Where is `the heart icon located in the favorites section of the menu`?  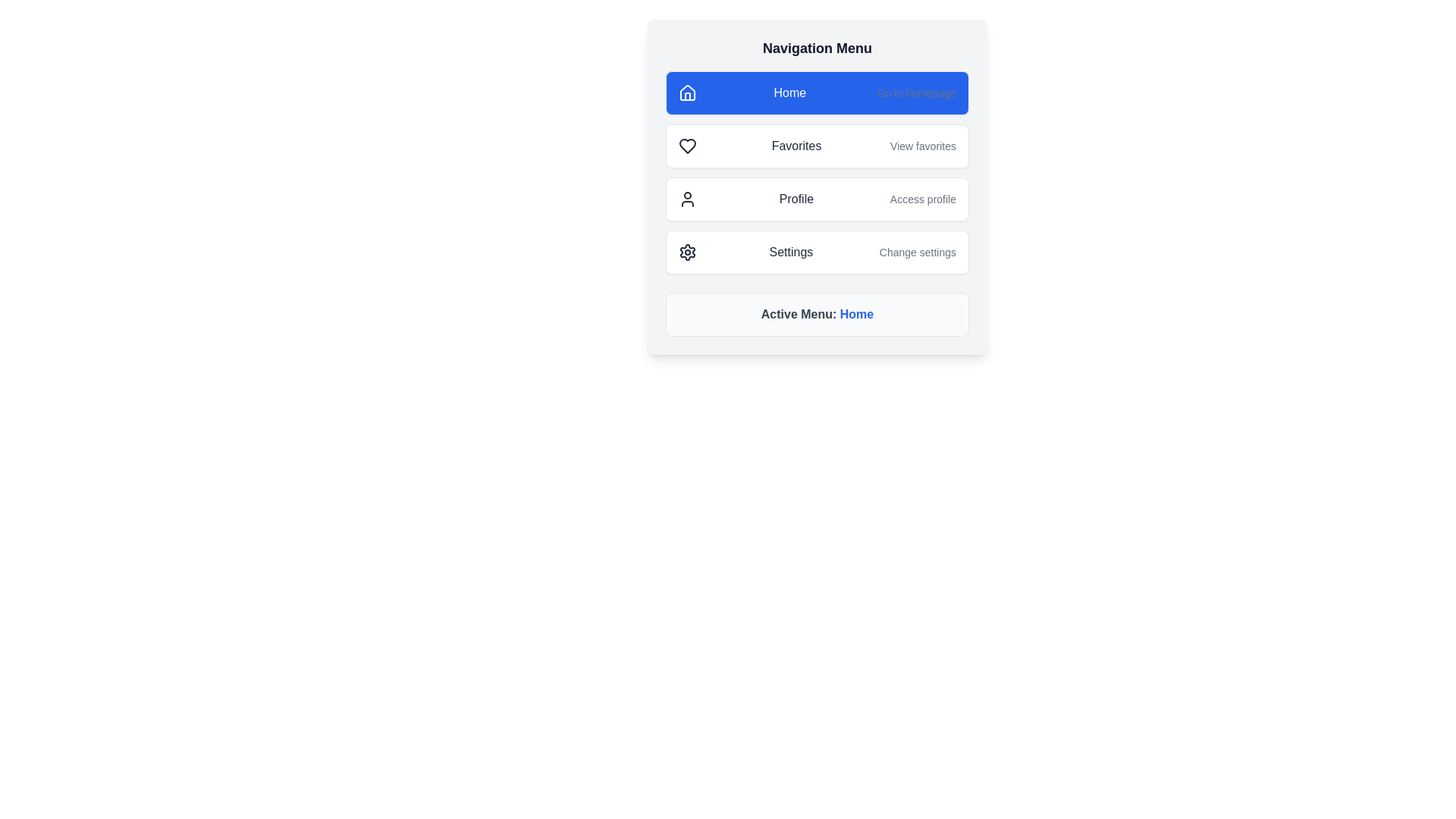
the heart icon located in the favorites section of the menu is located at coordinates (687, 146).